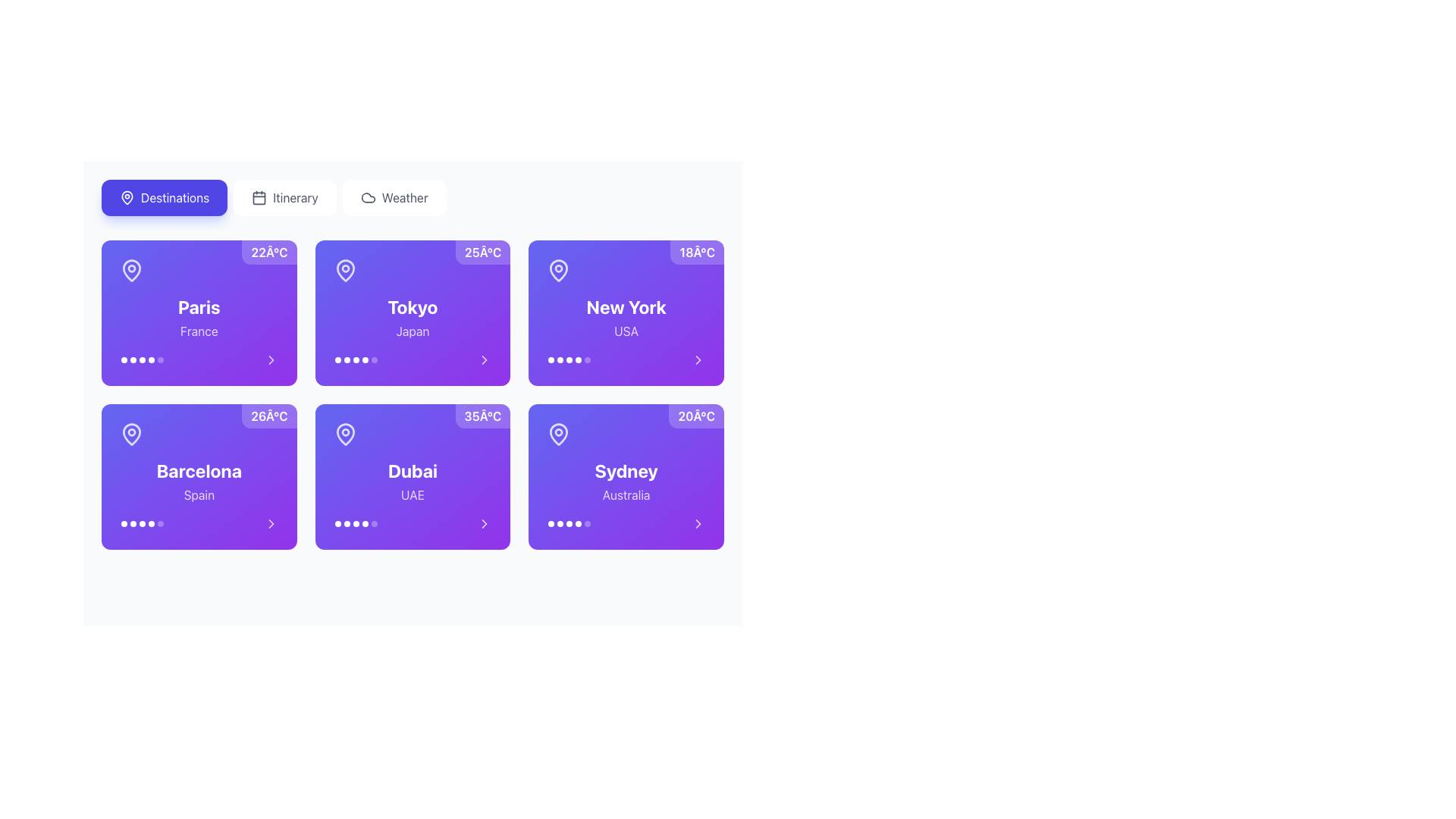 This screenshot has width=1456, height=819. I want to click on the current pagination state of the five circular indicators in the New York card, located at the lower left section beneath the '18°C' indicator and above the chevron-right icon, so click(569, 359).